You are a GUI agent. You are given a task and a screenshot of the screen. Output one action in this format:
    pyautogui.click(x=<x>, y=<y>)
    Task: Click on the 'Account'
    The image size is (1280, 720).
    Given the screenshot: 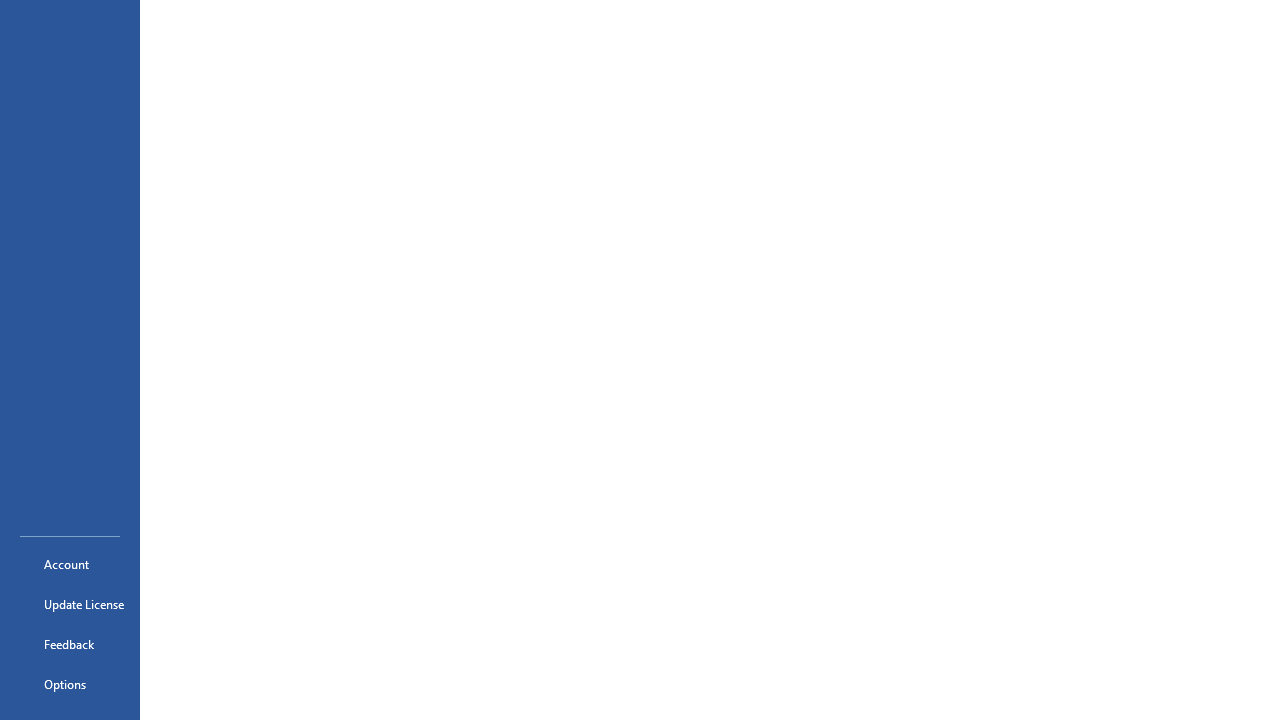 What is the action you would take?
    pyautogui.click(x=69, y=564)
    